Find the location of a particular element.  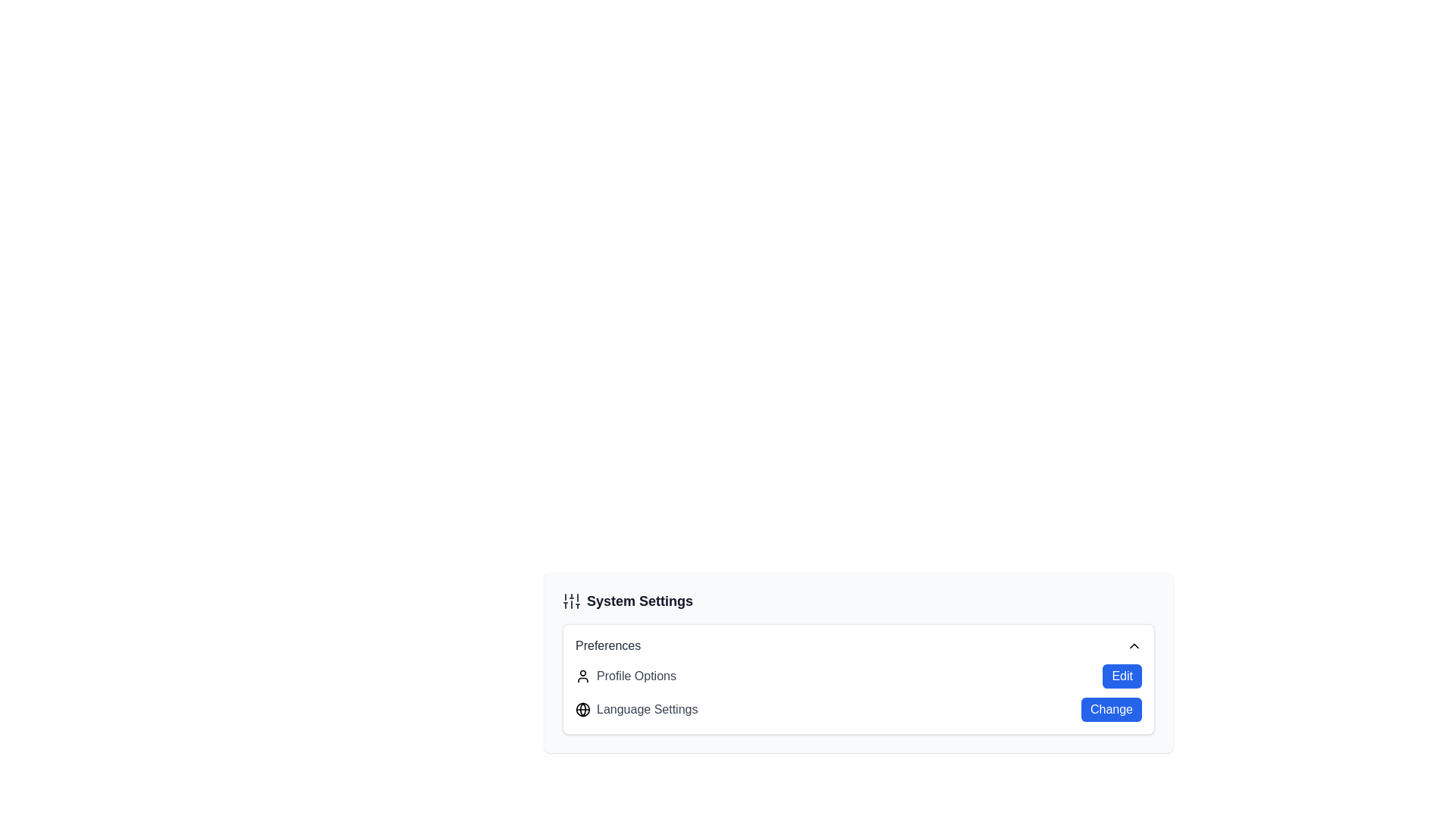

the language settings icon located on the left-most side of the 'Language Settings' section is located at coordinates (582, 710).